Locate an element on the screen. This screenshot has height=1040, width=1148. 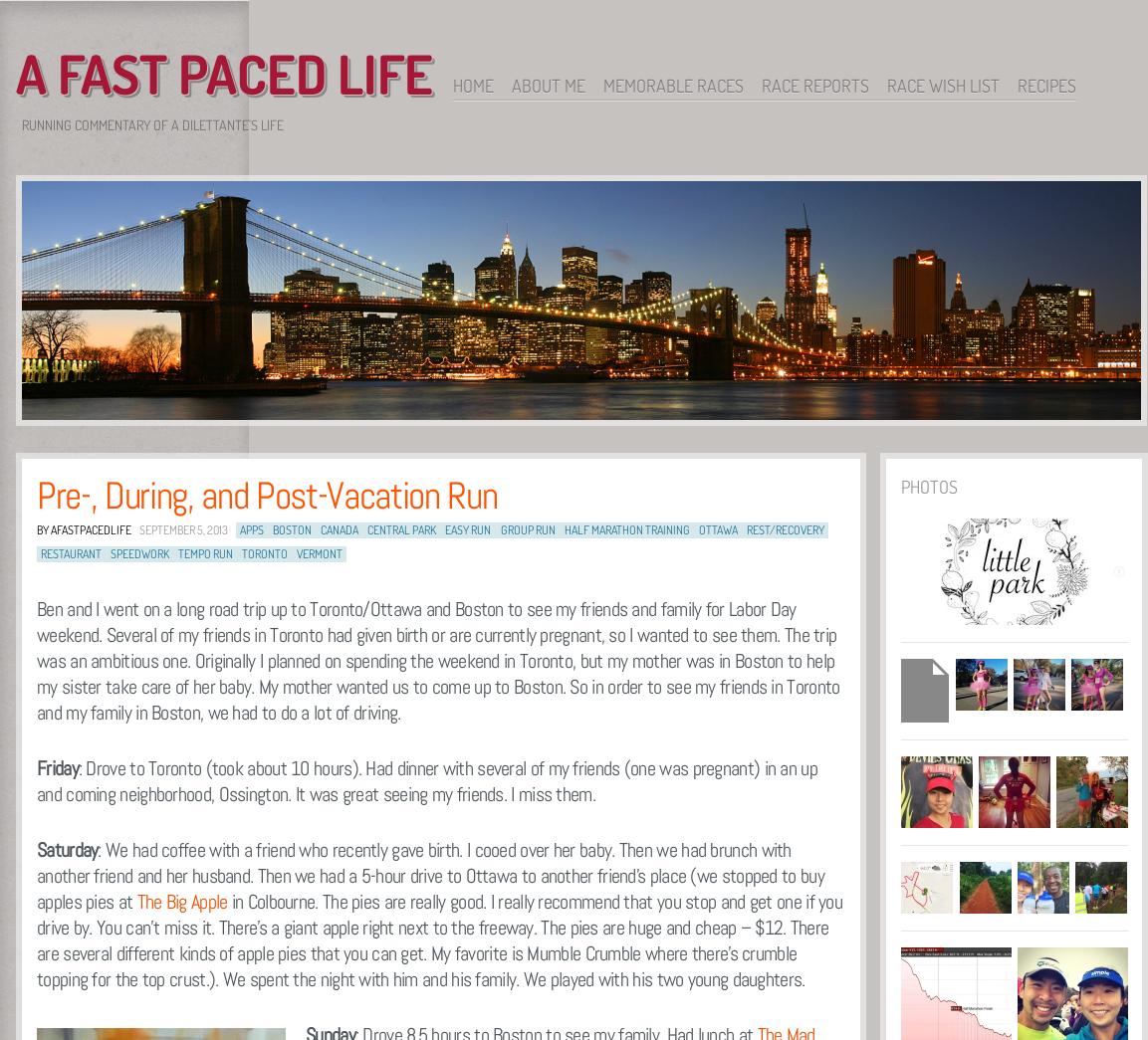
'tempo run' is located at coordinates (177, 553).